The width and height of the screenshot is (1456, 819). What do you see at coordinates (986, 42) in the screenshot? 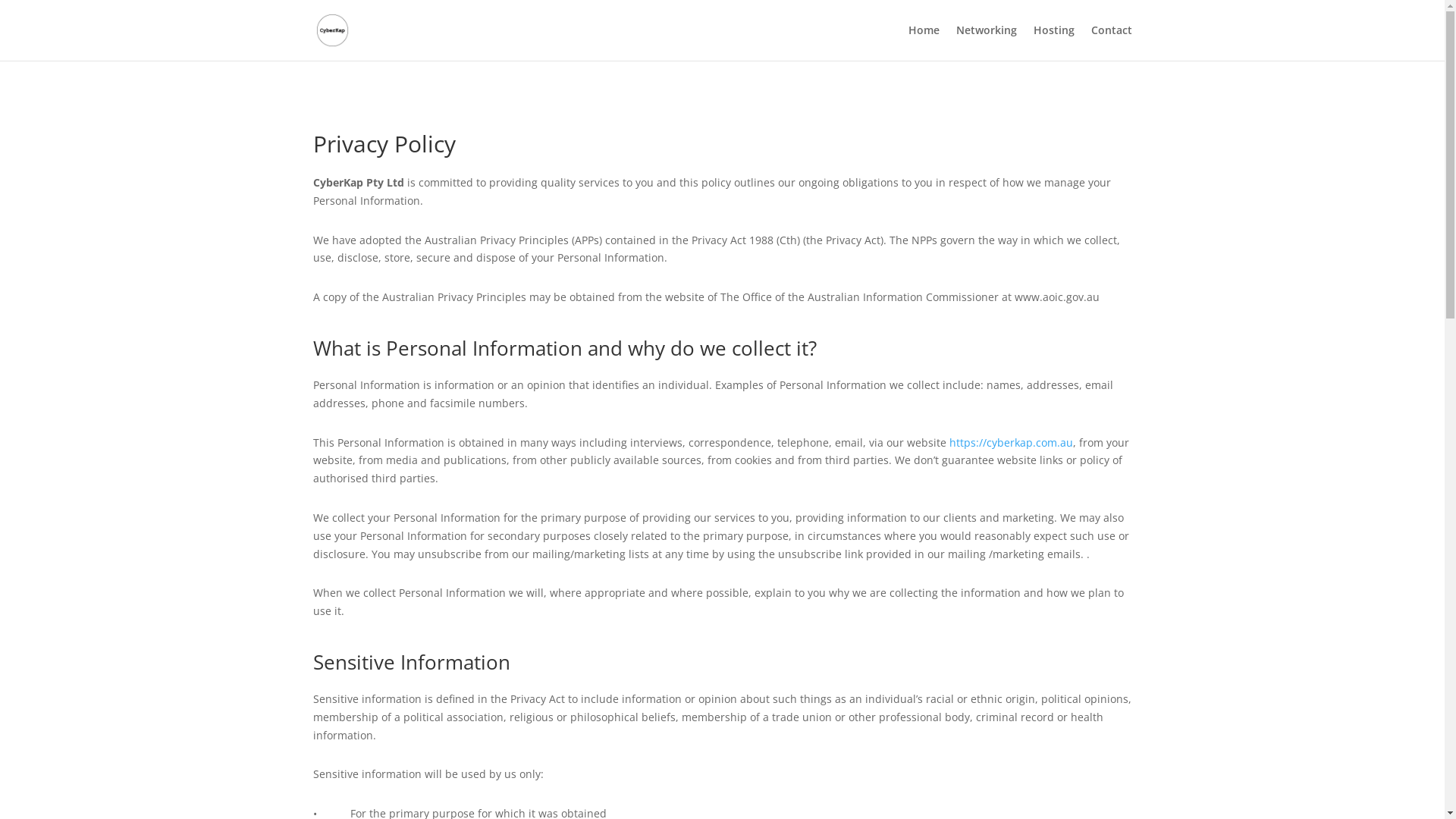
I see `'Networking'` at bounding box center [986, 42].